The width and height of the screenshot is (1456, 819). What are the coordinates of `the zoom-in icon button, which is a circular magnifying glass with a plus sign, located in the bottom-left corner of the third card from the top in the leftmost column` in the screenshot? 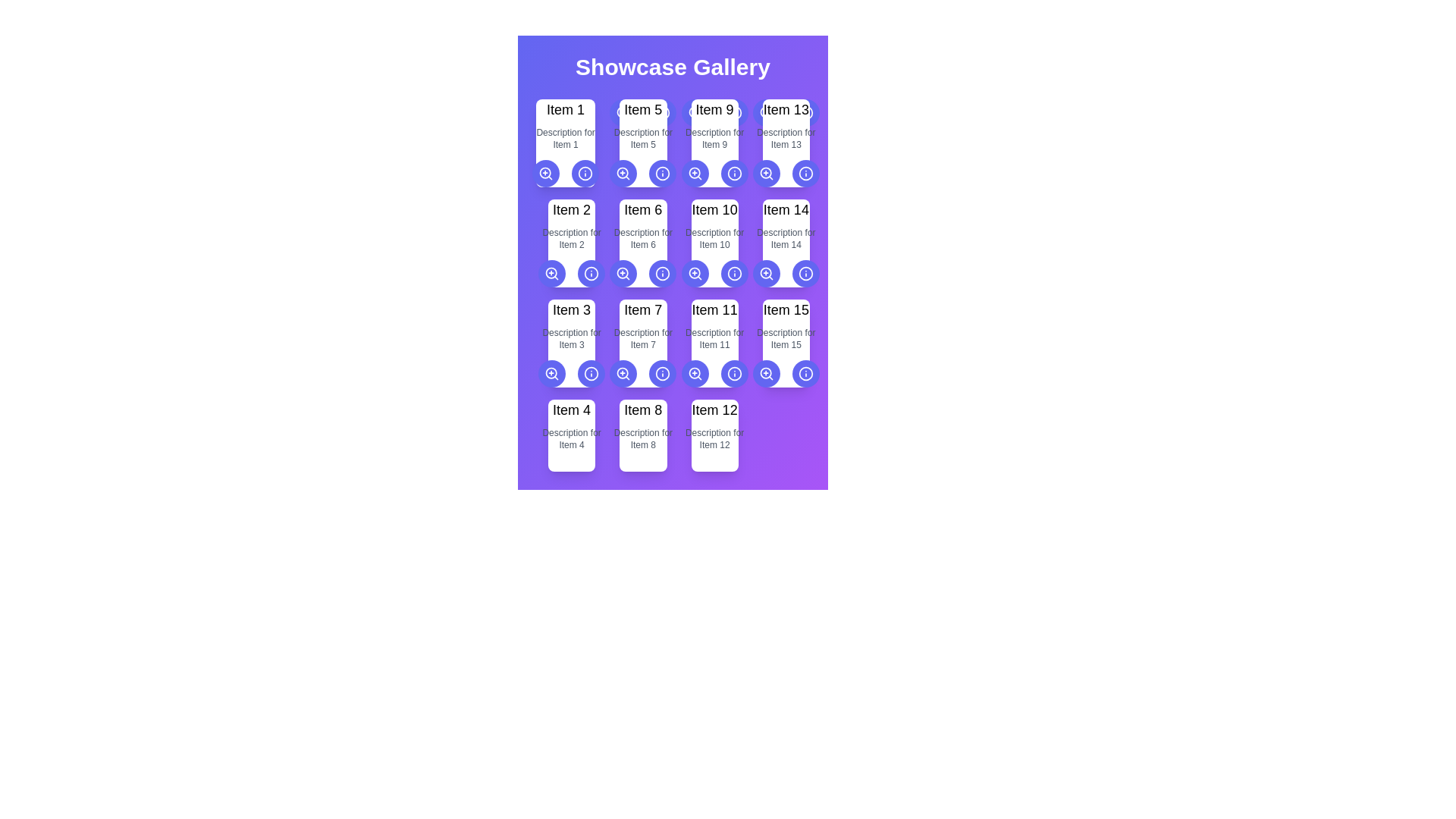 It's located at (551, 374).